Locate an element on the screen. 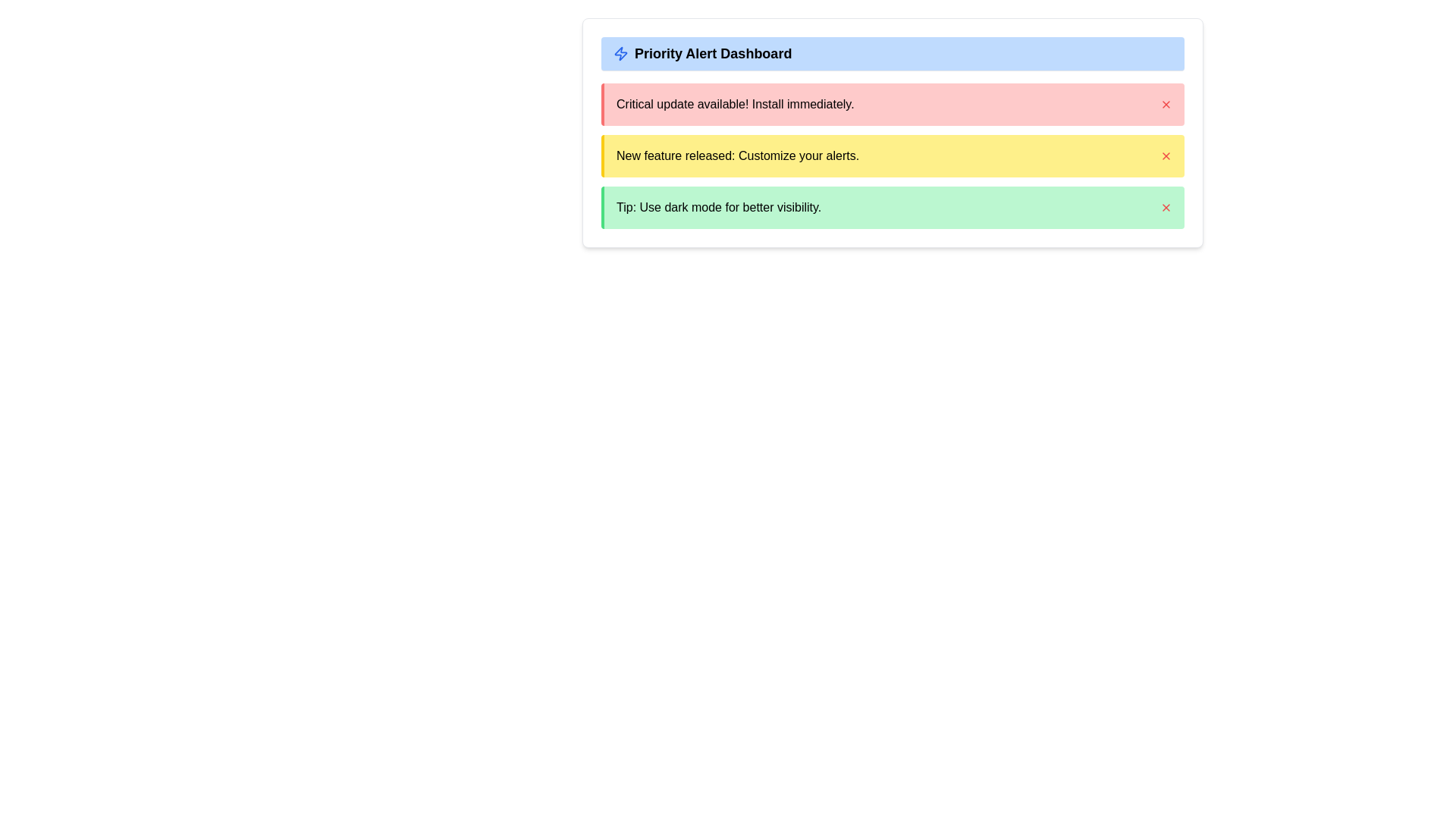 The image size is (1456, 819). the close button of the alert with message 'Tip: Use dark mode for better visibility.' is located at coordinates (1165, 207).